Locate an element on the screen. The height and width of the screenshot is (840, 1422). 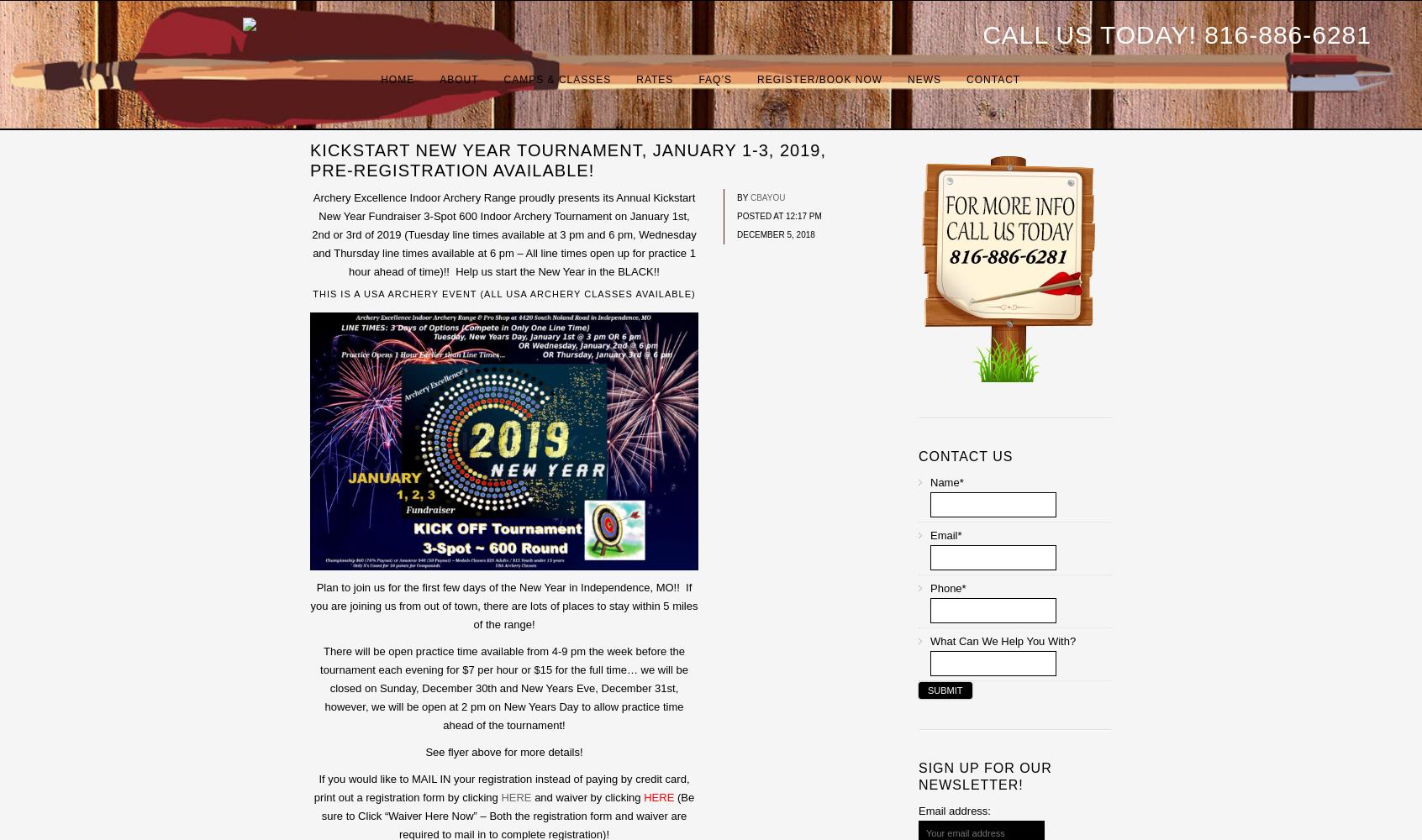
'What can we help you with?' is located at coordinates (1002, 641).